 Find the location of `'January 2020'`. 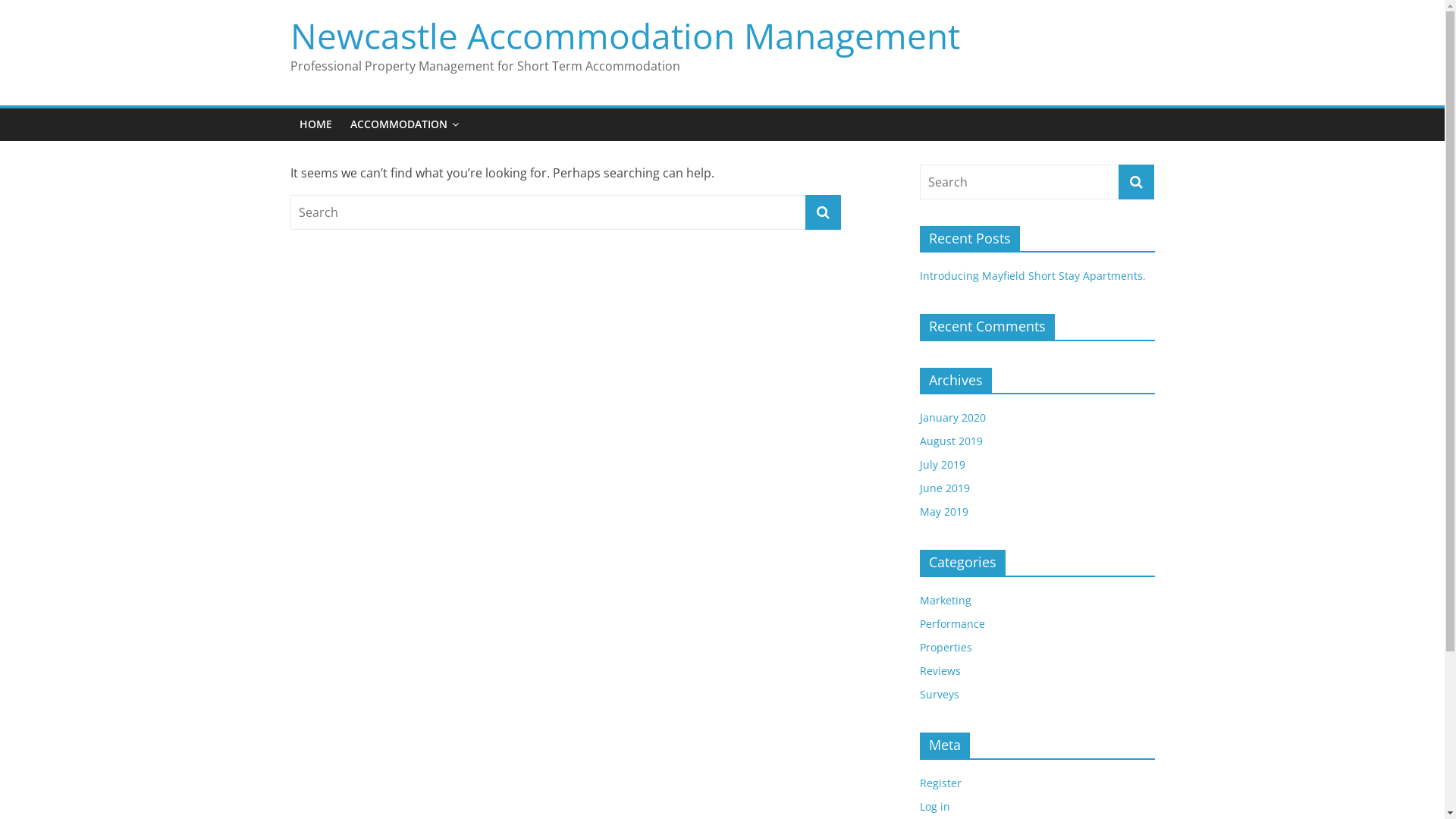

'January 2020' is located at coordinates (951, 417).